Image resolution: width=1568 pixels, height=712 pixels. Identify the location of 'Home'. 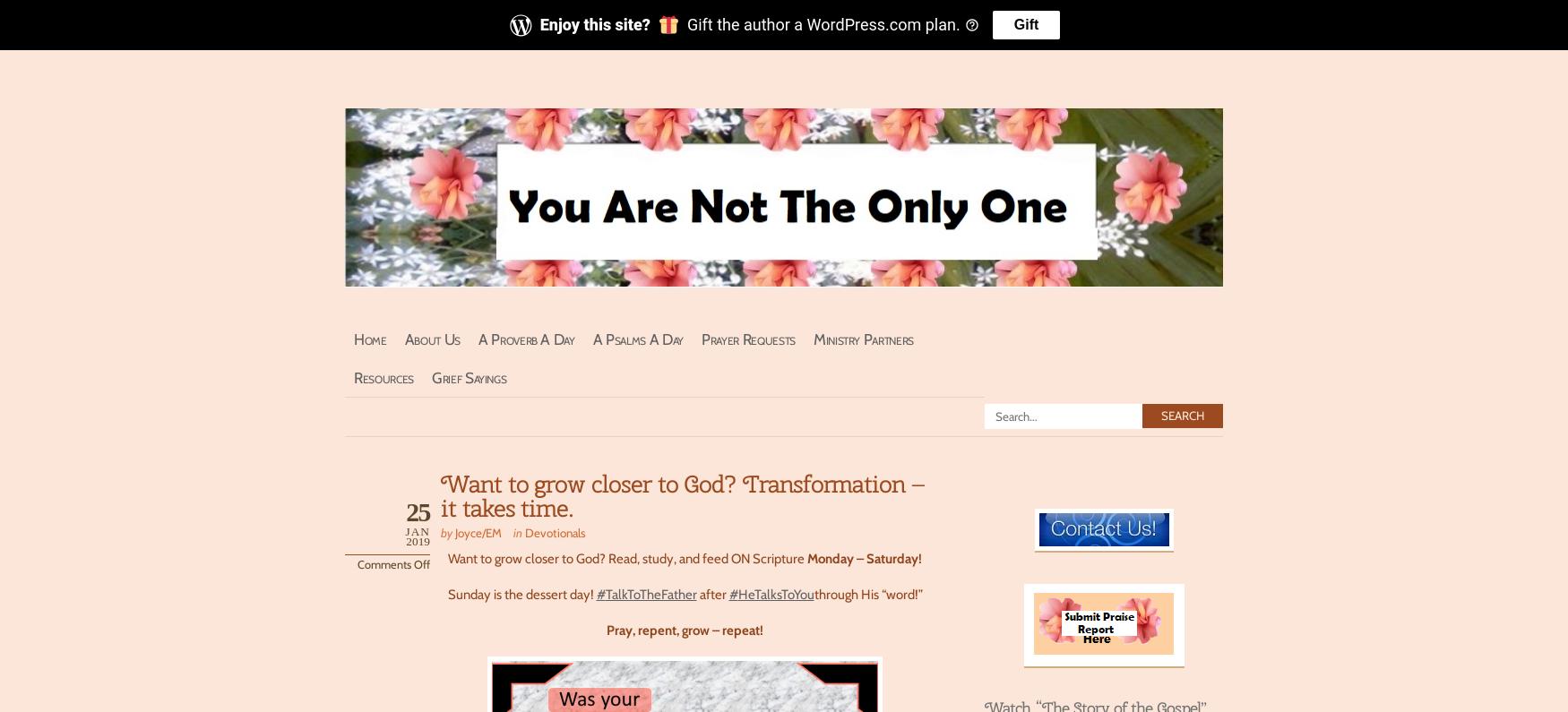
(369, 338).